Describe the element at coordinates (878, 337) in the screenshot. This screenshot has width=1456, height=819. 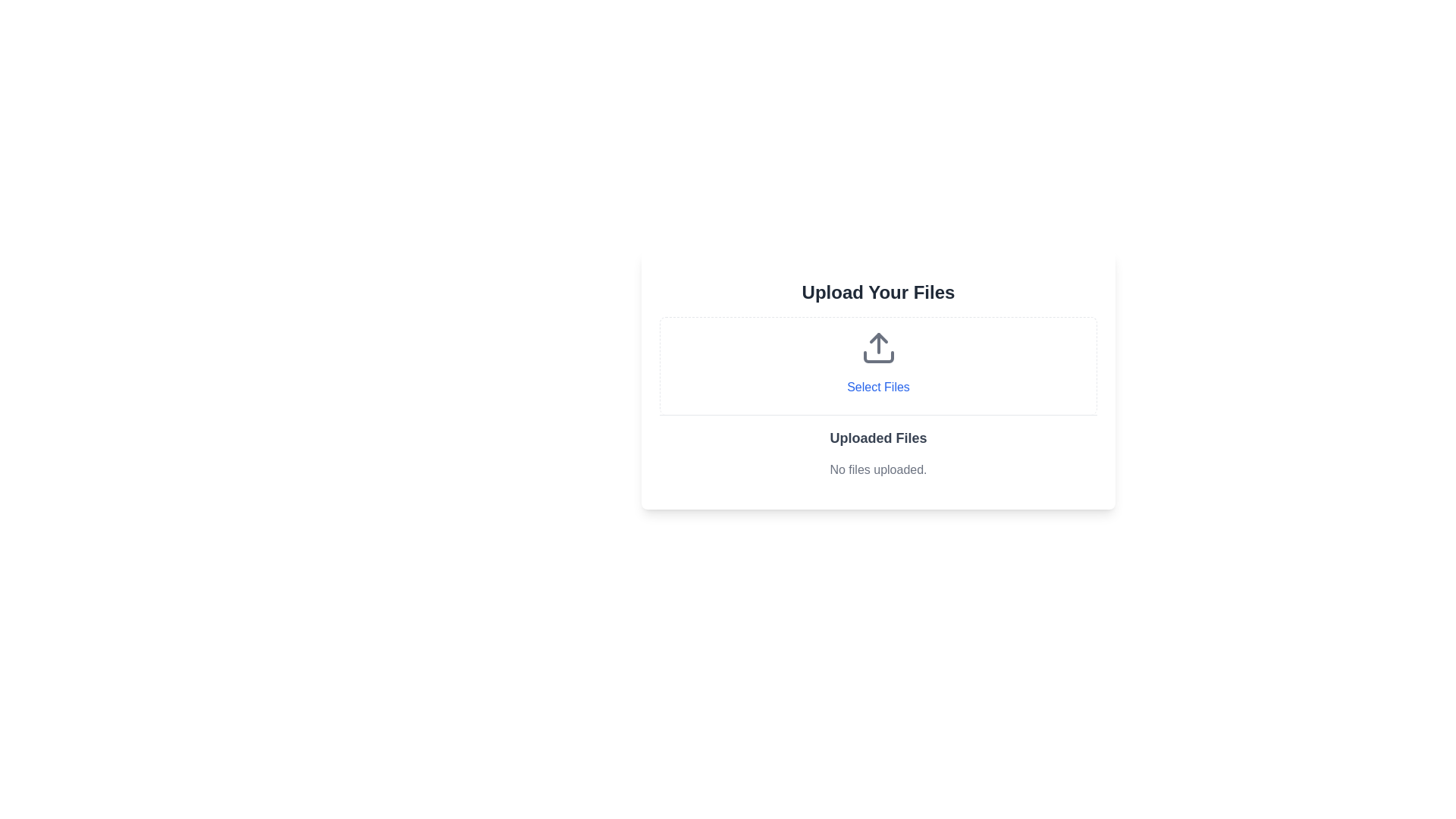
I see `the upward arrow part of the upload icon within the SVG graphic component located near the center of the 'Upload Your Files' dialog box` at that location.